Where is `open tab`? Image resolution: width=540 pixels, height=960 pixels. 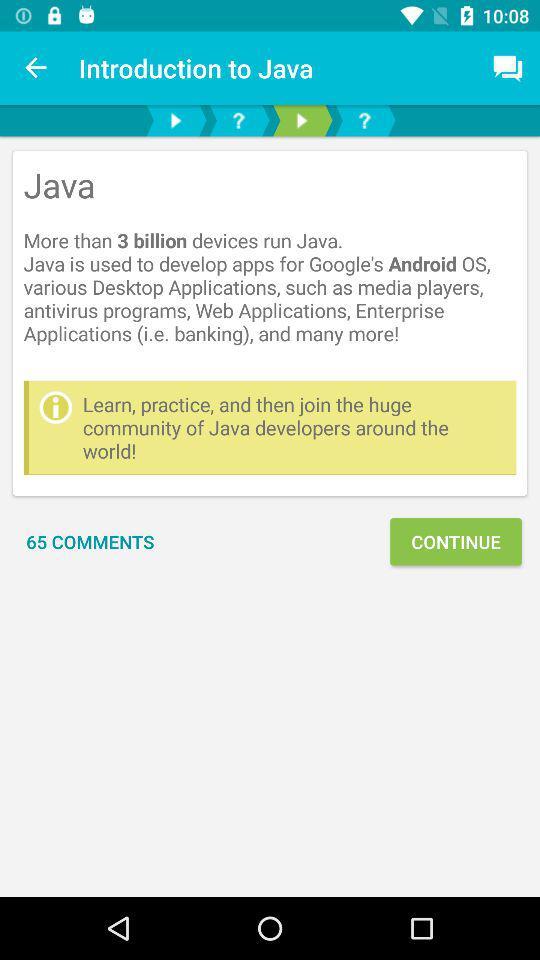 open tab is located at coordinates (363, 120).